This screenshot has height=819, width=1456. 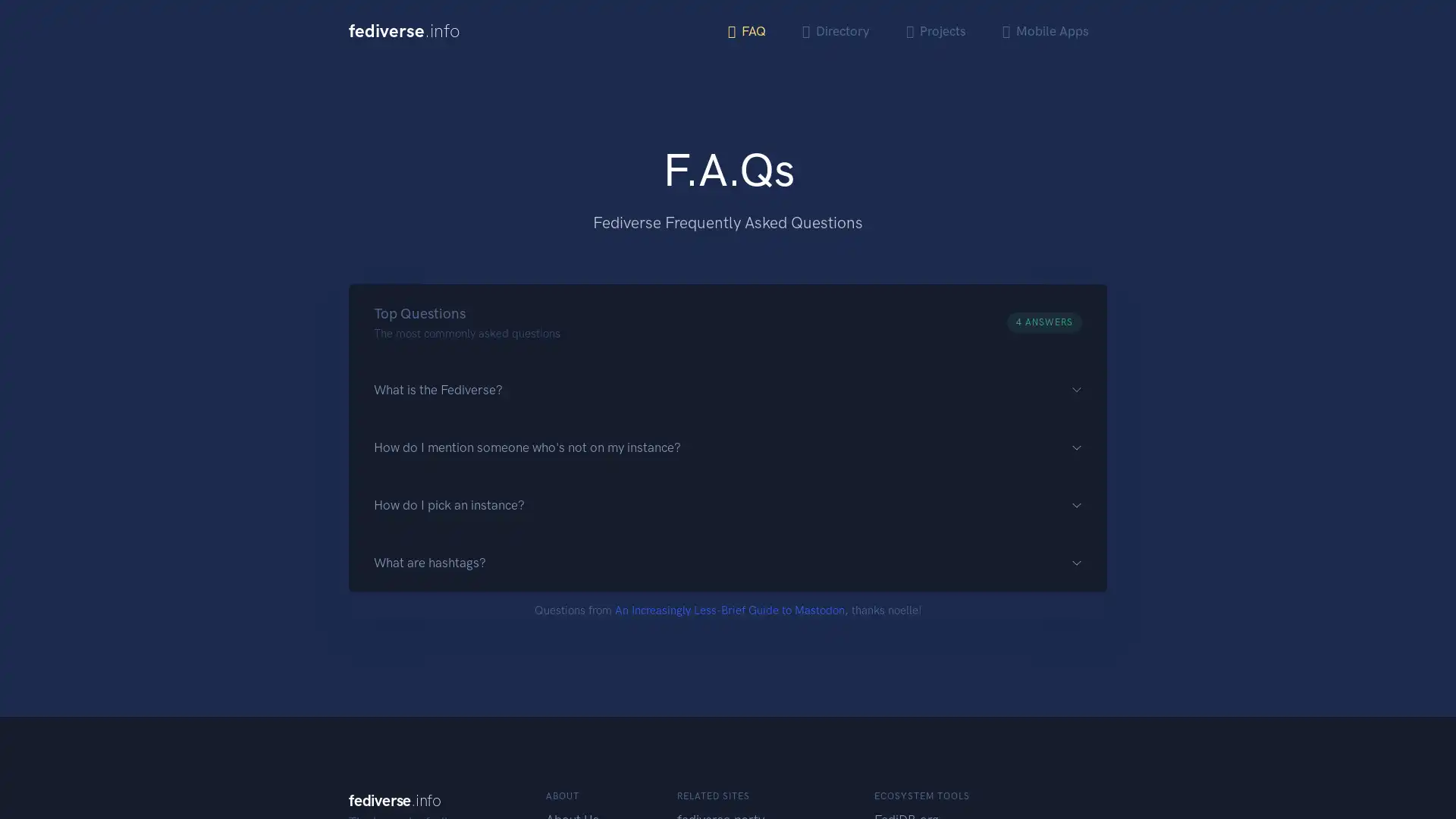 What do you see at coordinates (728, 505) in the screenshot?
I see `How do I pick an instance?` at bounding box center [728, 505].